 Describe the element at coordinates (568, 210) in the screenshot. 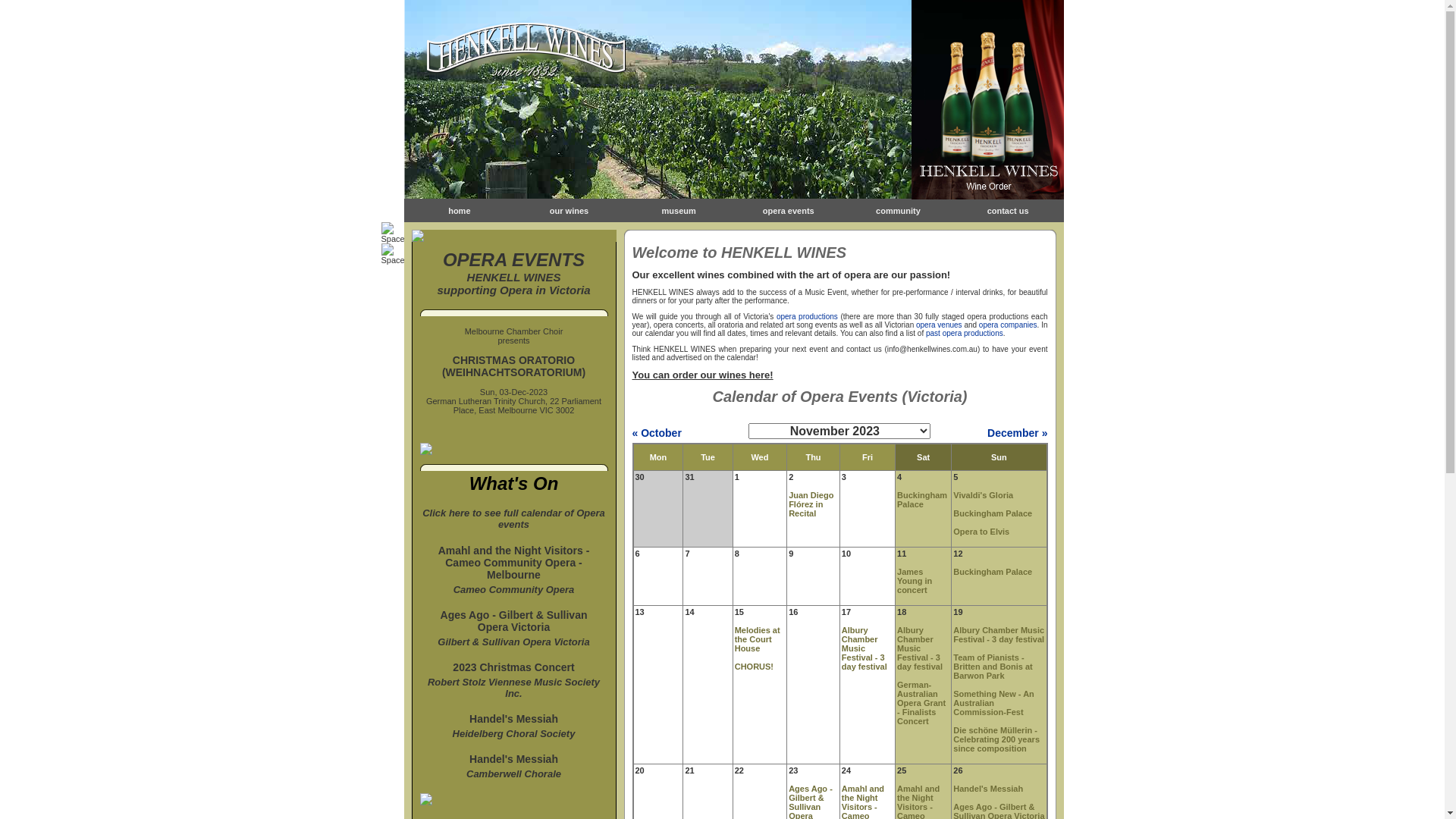

I see `'our wines'` at that location.